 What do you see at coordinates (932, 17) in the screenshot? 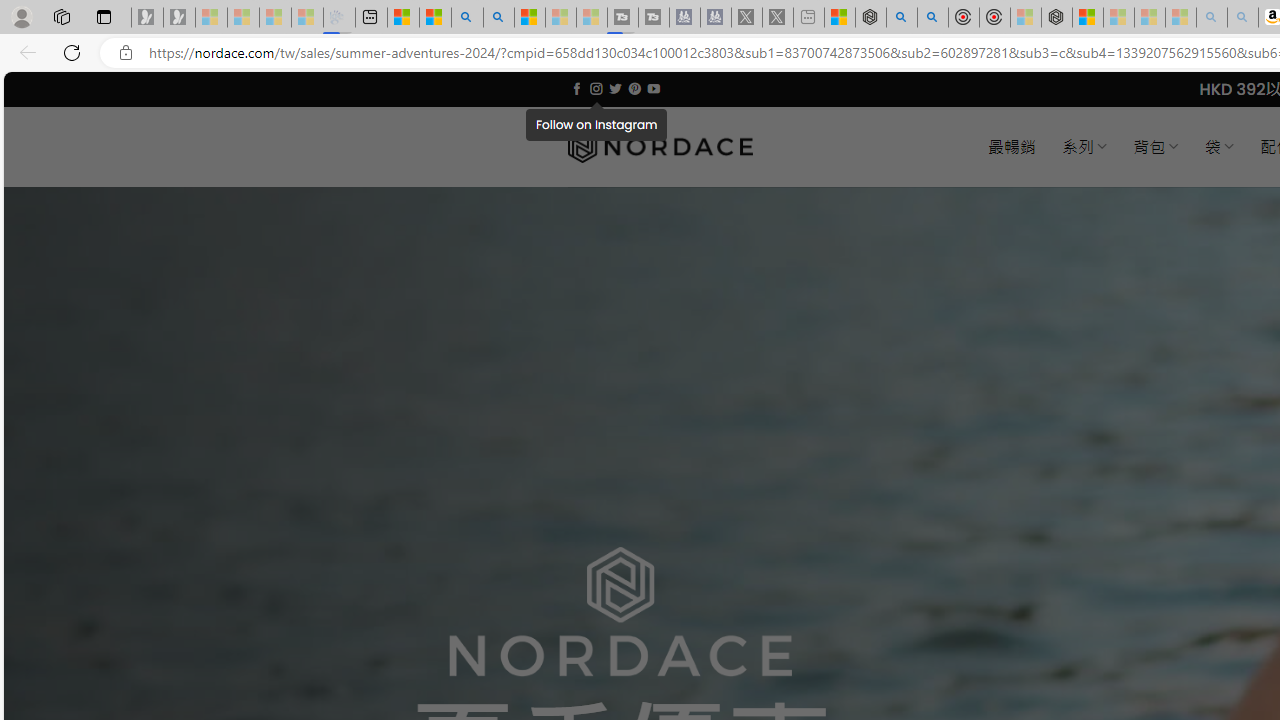
I see `'poe ++ standard - Search'` at bounding box center [932, 17].